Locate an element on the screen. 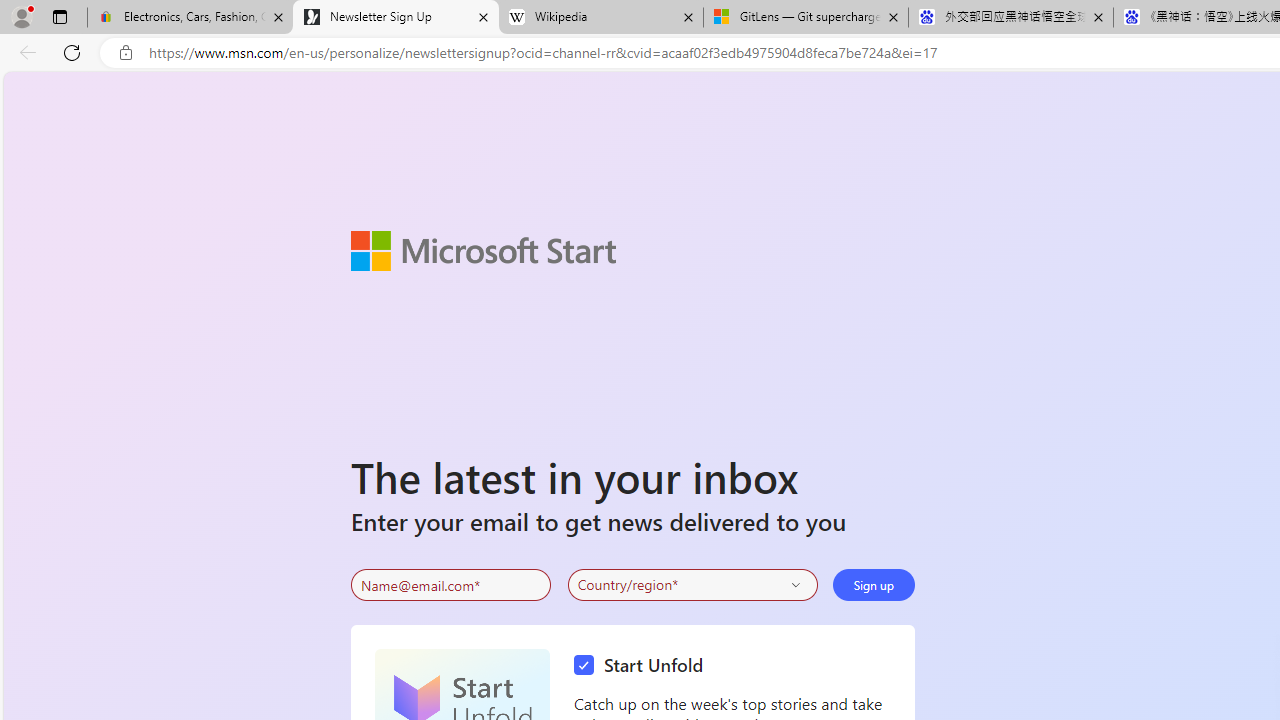 The image size is (1280, 720). 'Sign up' is located at coordinates (873, 585).